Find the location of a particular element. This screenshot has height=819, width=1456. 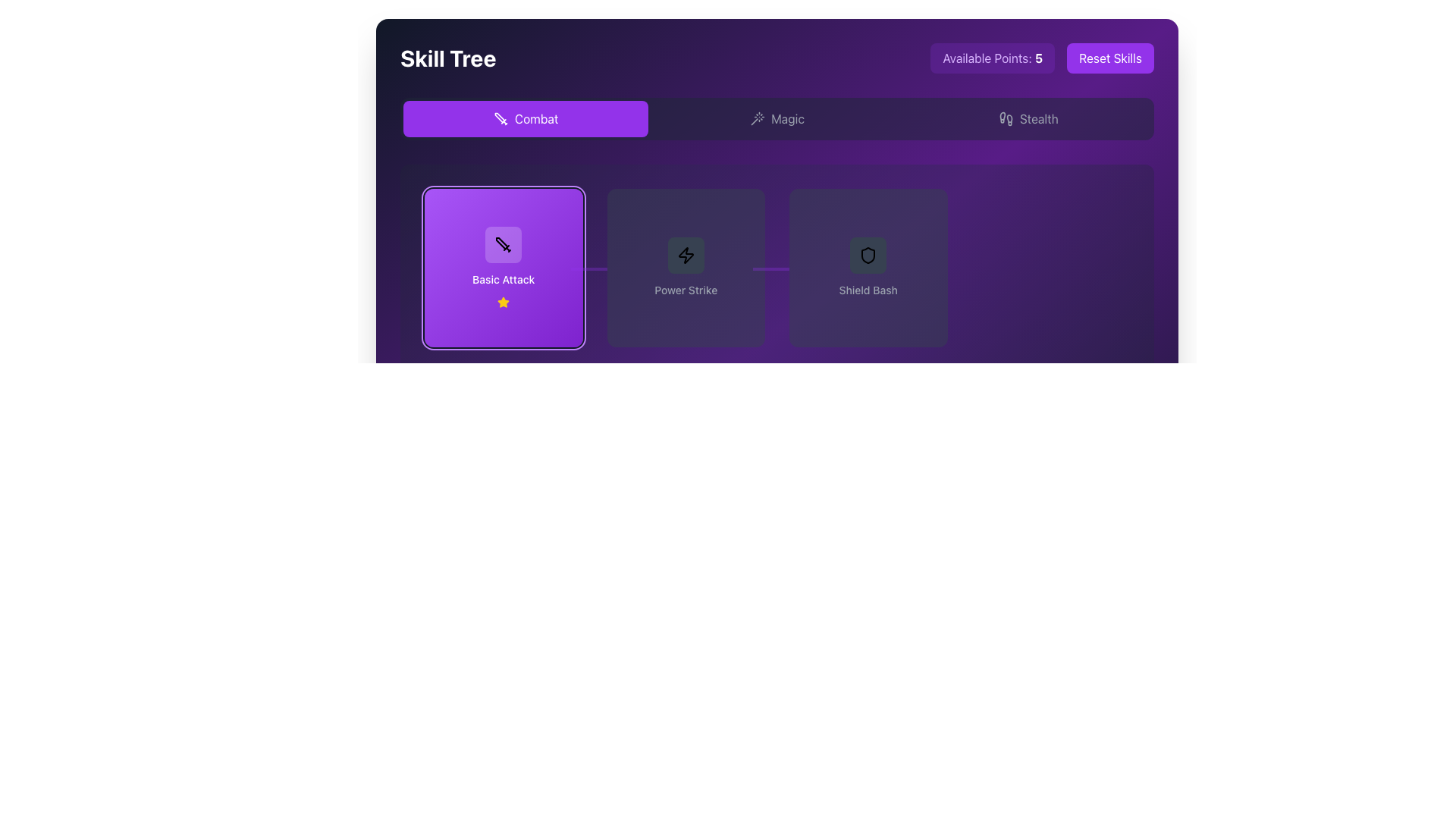

the small footprint icon next to the 'stealth' label is located at coordinates (1006, 118).